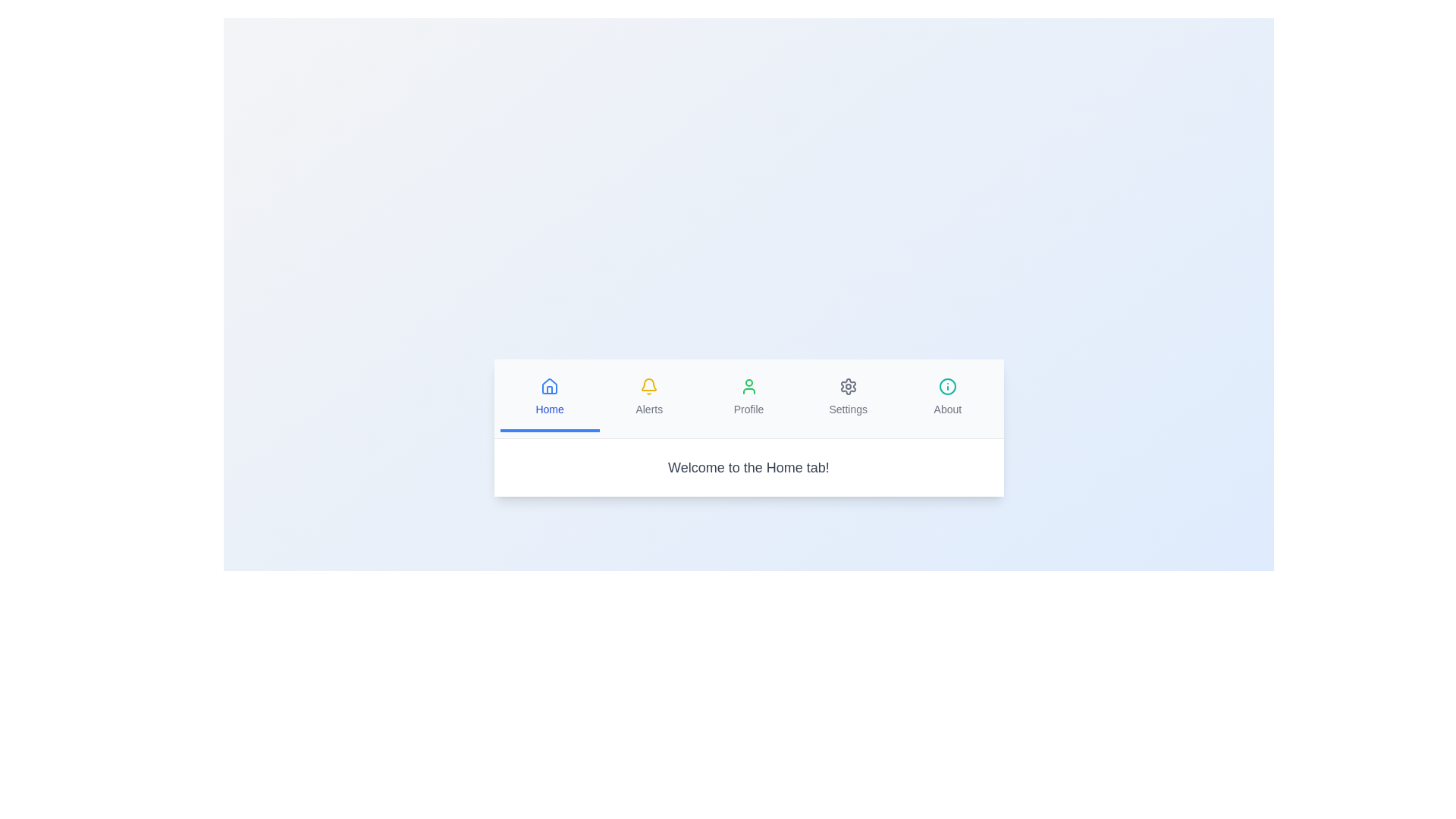 The width and height of the screenshot is (1456, 819). Describe the element at coordinates (548, 397) in the screenshot. I see `the tab button labeled Home` at that location.